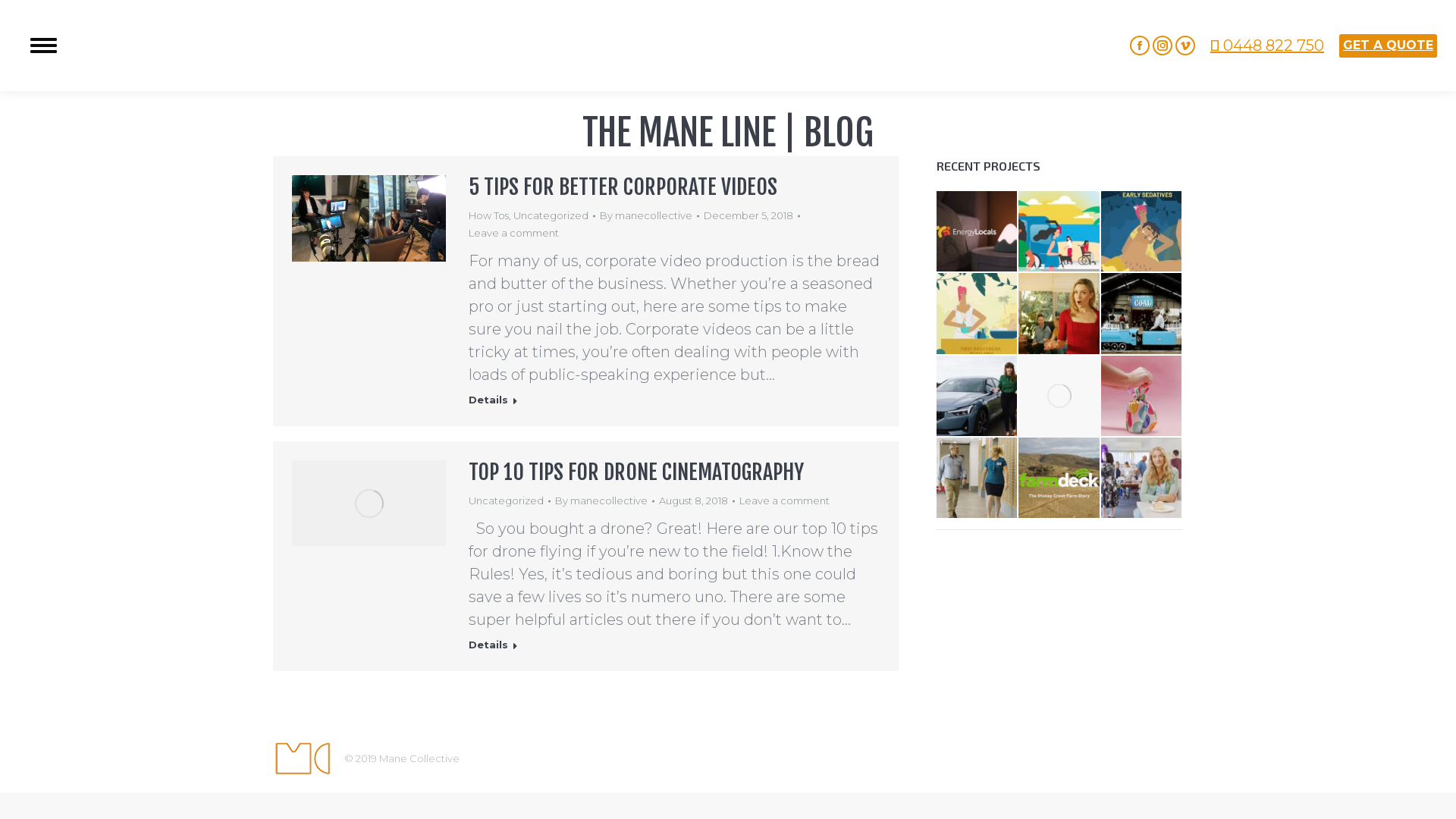 This screenshot has width=1456, height=819. Describe the element at coordinates (636, 471) in the screenshot. I see `'TOP 10 TIPS FOR DRONE CINEMATOGRAPHY'` at that location.